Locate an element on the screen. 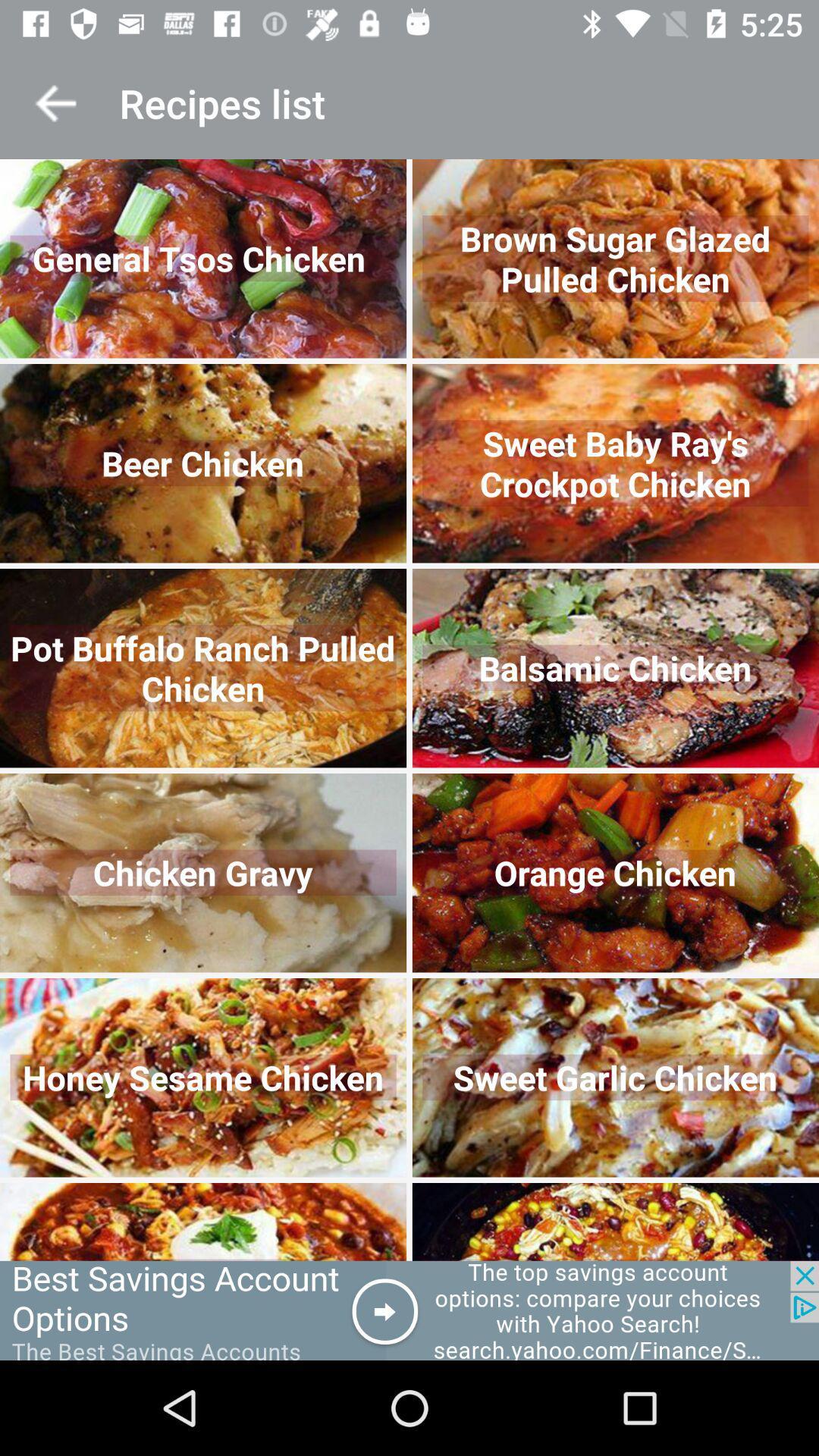 The height and width of the screenshot is (1456, 819). the image right to beer chicken is located at coordinates (616, 463).